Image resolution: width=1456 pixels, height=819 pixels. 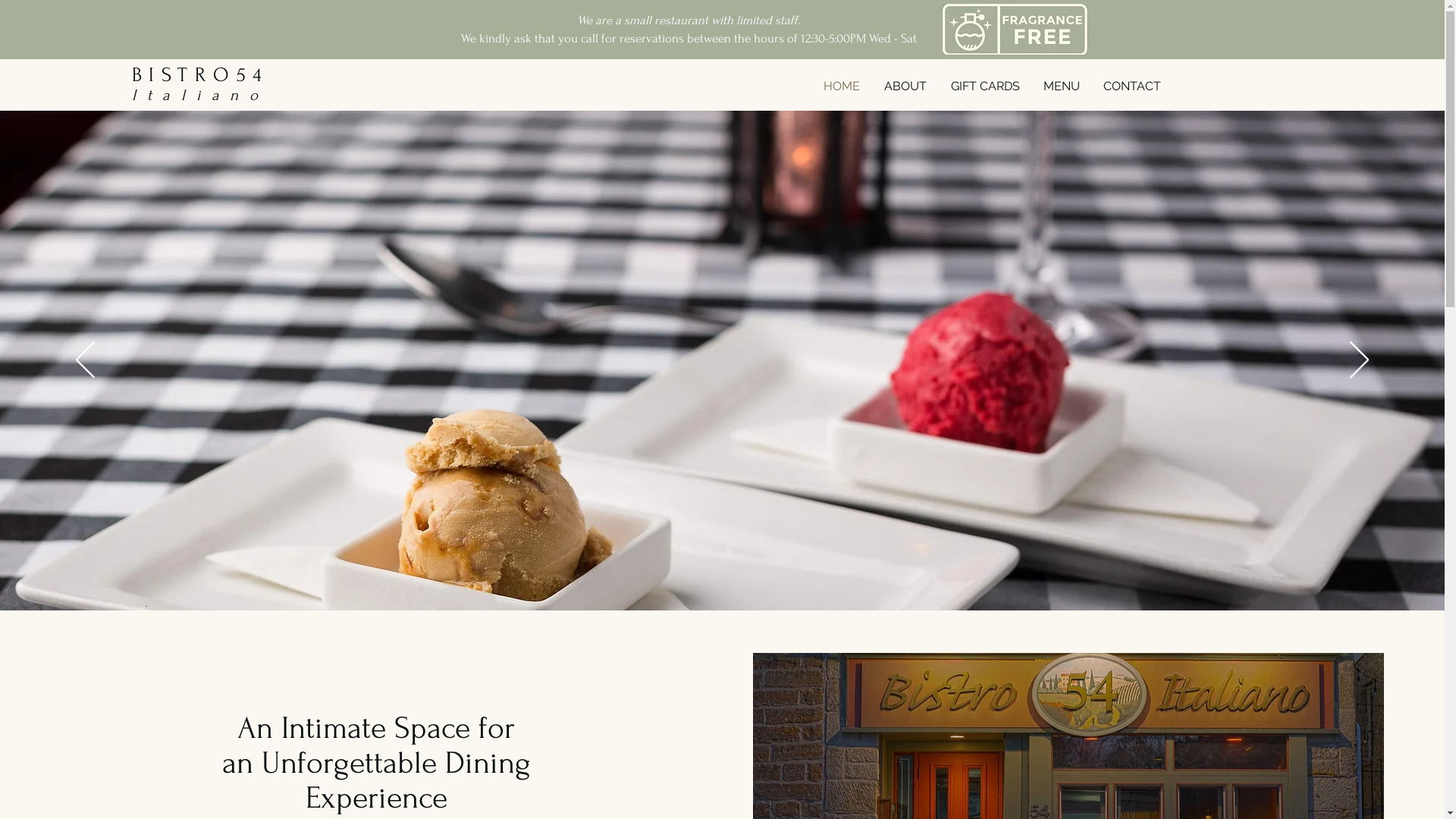 What do you see at coordinates (905, 86) in the screenshot?
I see `'ABOUT'` at bounding box center [905, 86].